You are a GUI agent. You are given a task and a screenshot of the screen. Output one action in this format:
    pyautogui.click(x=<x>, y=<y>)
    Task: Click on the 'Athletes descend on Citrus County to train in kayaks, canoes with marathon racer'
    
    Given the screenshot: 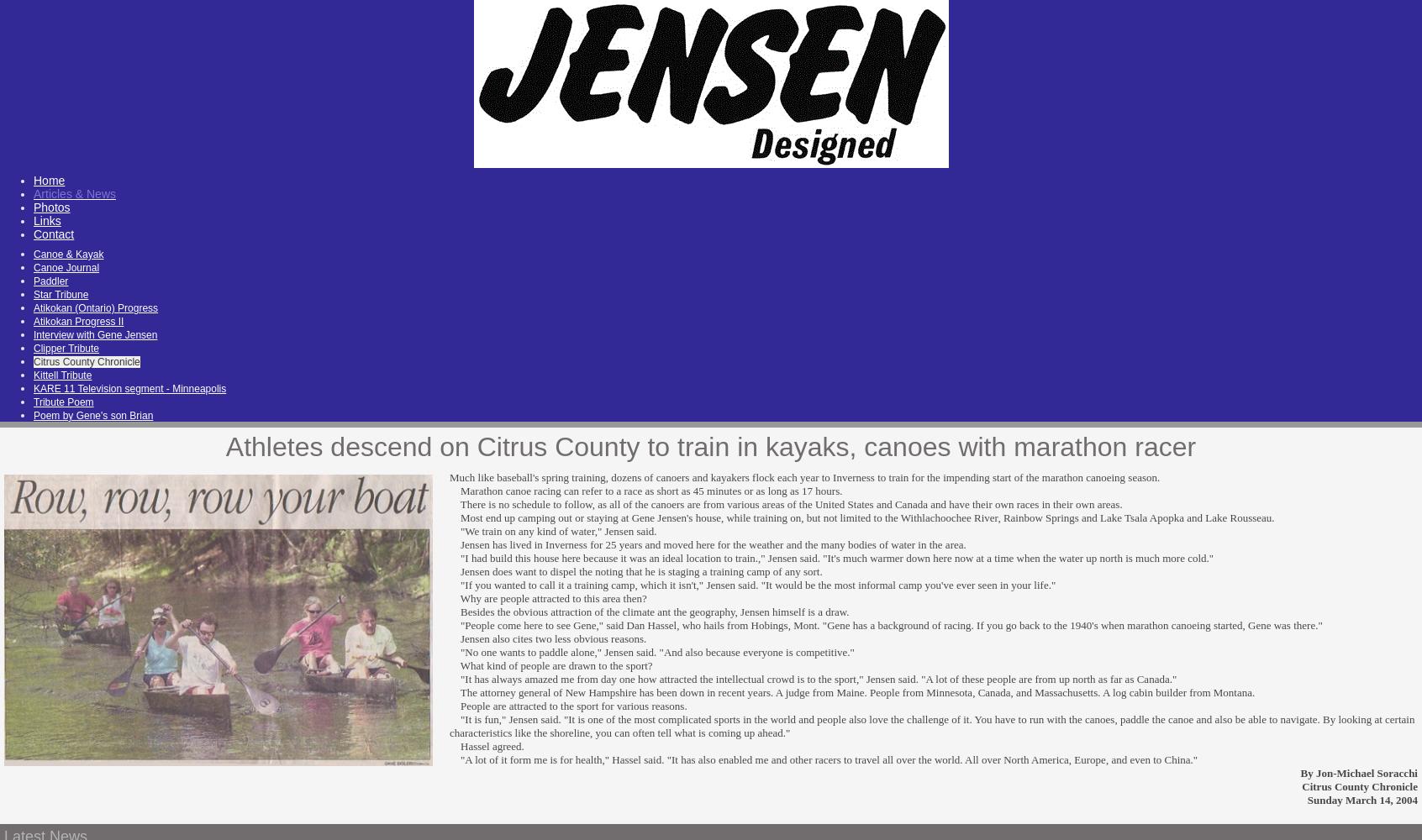 What is the action you would take?
    pyautogui.click(x=710, y=447)
    